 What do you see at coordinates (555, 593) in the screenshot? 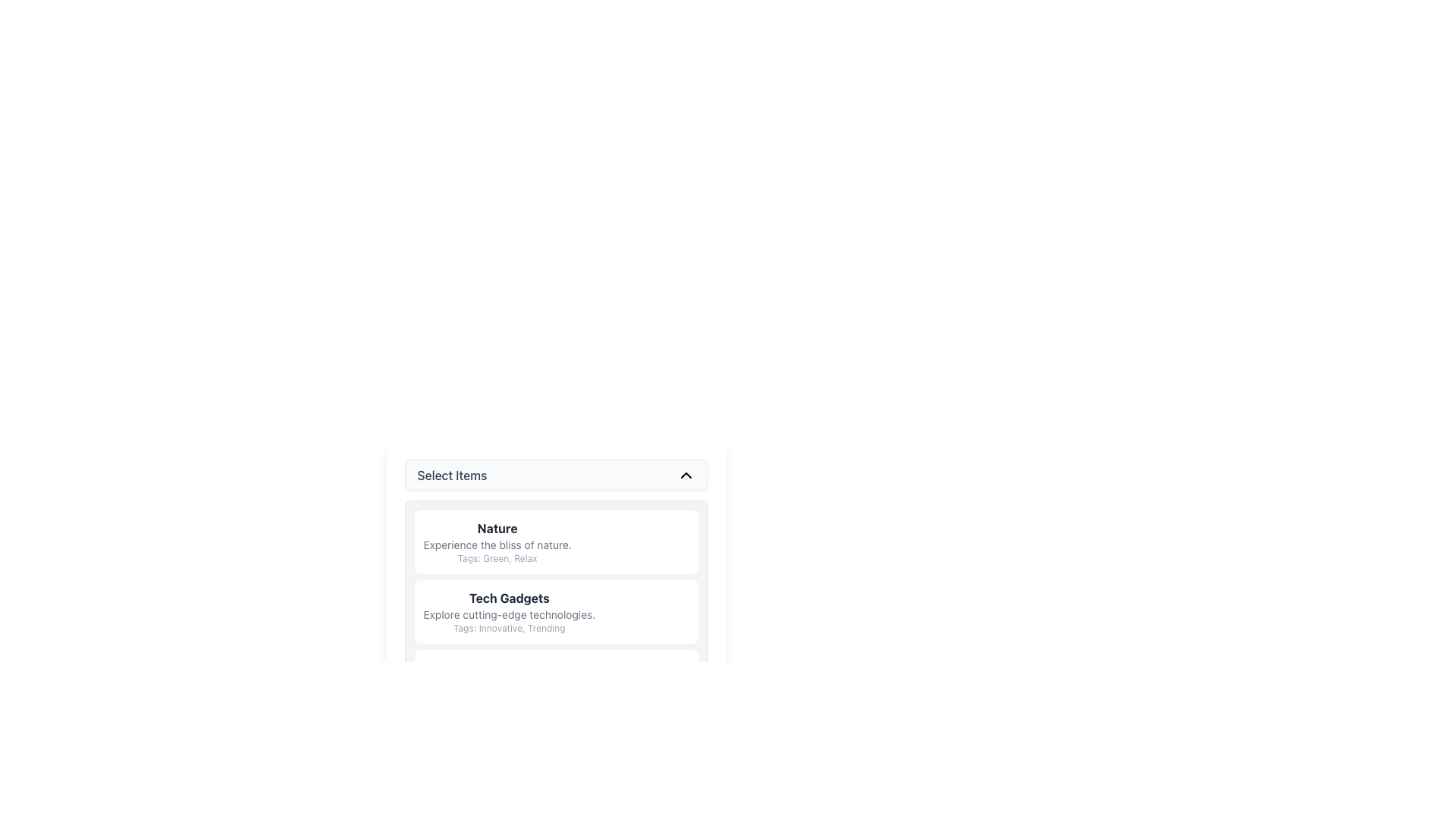
I see `the second card component titled 'Tech Gadgets' in the vertical list below the 'Select Items' section` at bounding box center [555, 593].